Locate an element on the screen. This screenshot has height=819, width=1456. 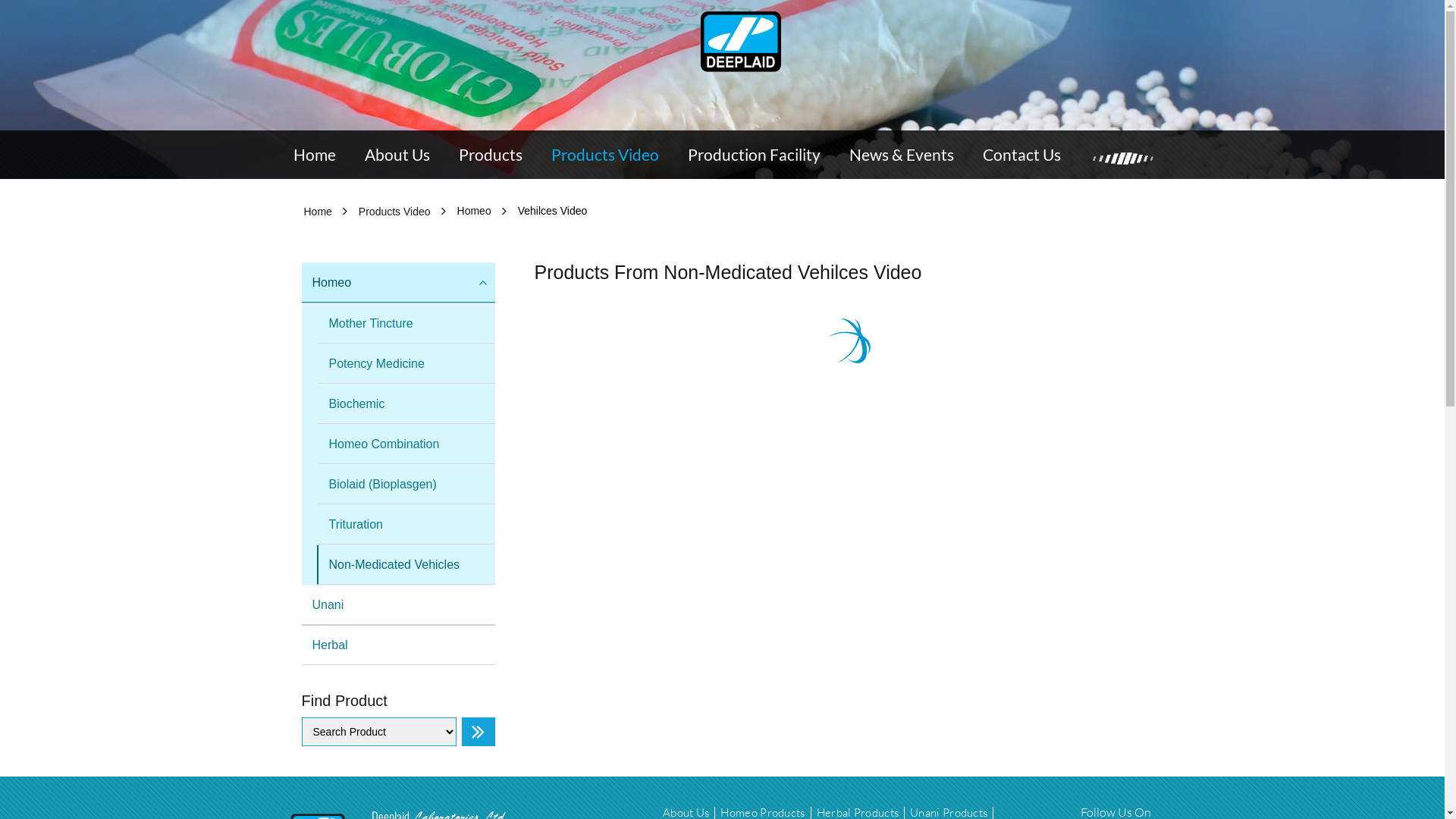
'Home' is located at coordinates (316, 211).